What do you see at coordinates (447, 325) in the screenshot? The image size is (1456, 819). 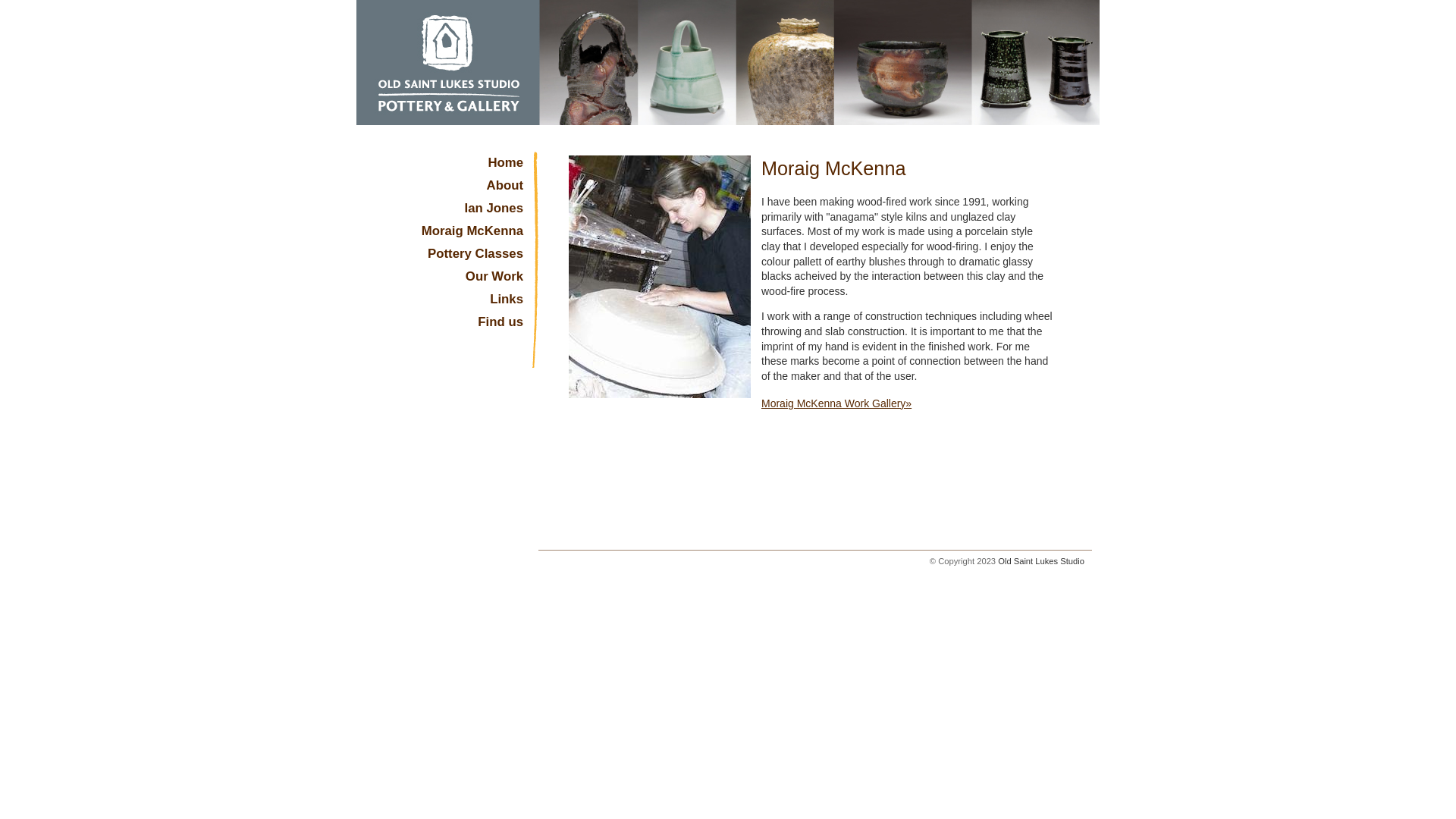 I see `'Find us'` at bounding box center [447, 325].